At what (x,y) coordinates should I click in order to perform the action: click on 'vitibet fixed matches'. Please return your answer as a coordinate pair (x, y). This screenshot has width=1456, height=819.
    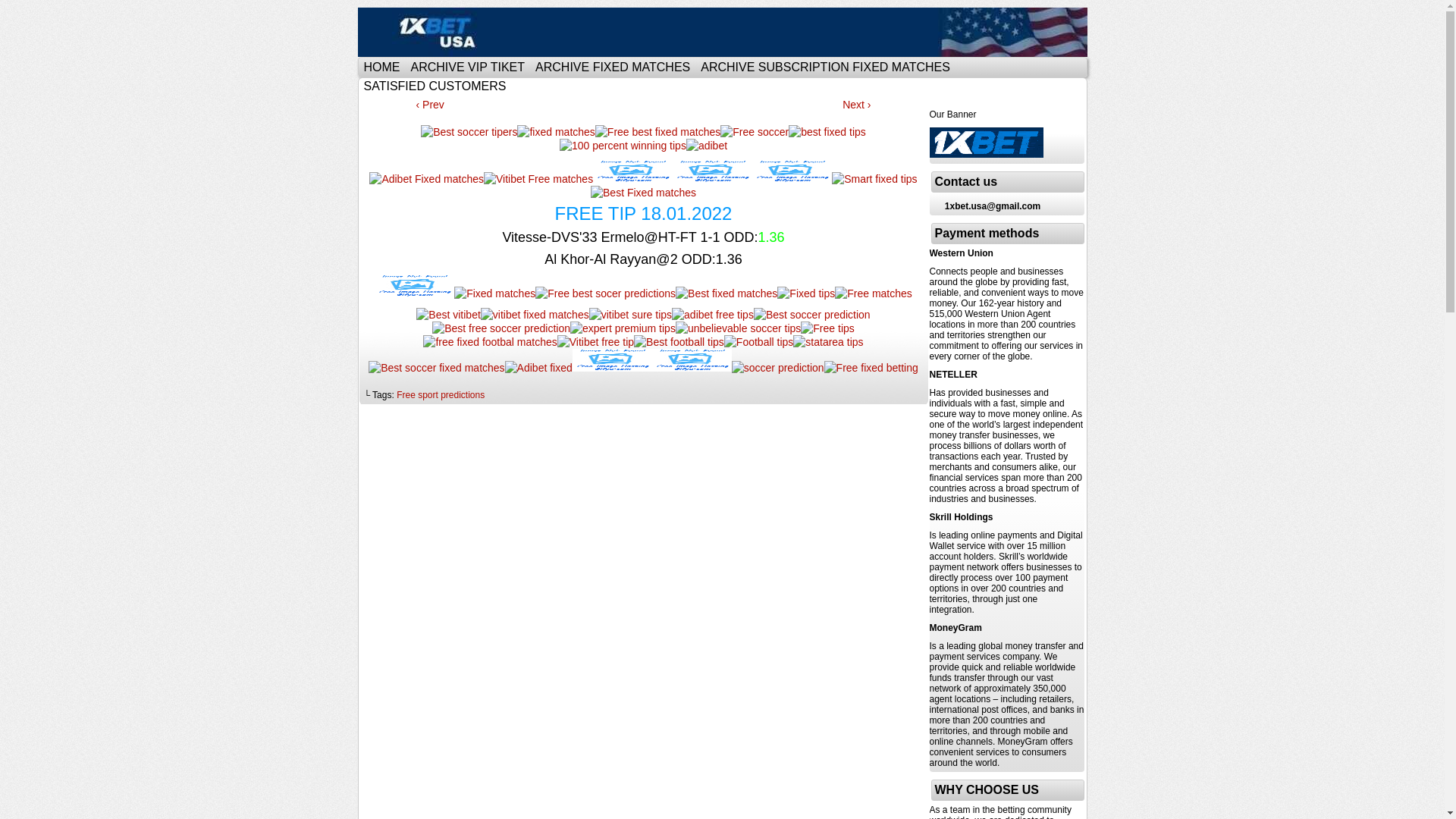
    Looking at the image, I should click on (535, 314).